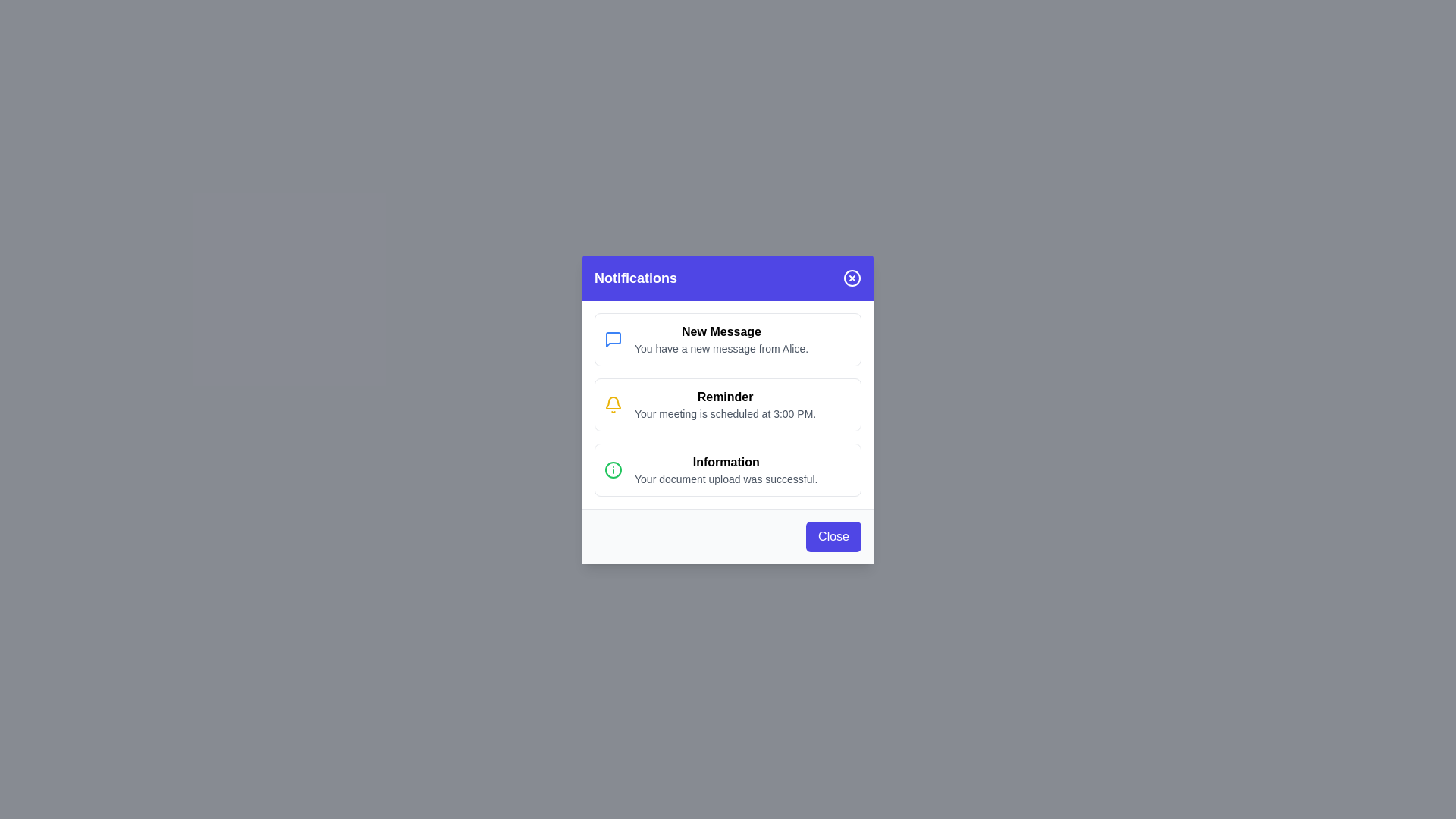 This screenshot has width=1456, height=819. Describe the element at coordinates (728, 403) in the screenshot. I see `the content of the notification message with title 'Reminder'` at that location.